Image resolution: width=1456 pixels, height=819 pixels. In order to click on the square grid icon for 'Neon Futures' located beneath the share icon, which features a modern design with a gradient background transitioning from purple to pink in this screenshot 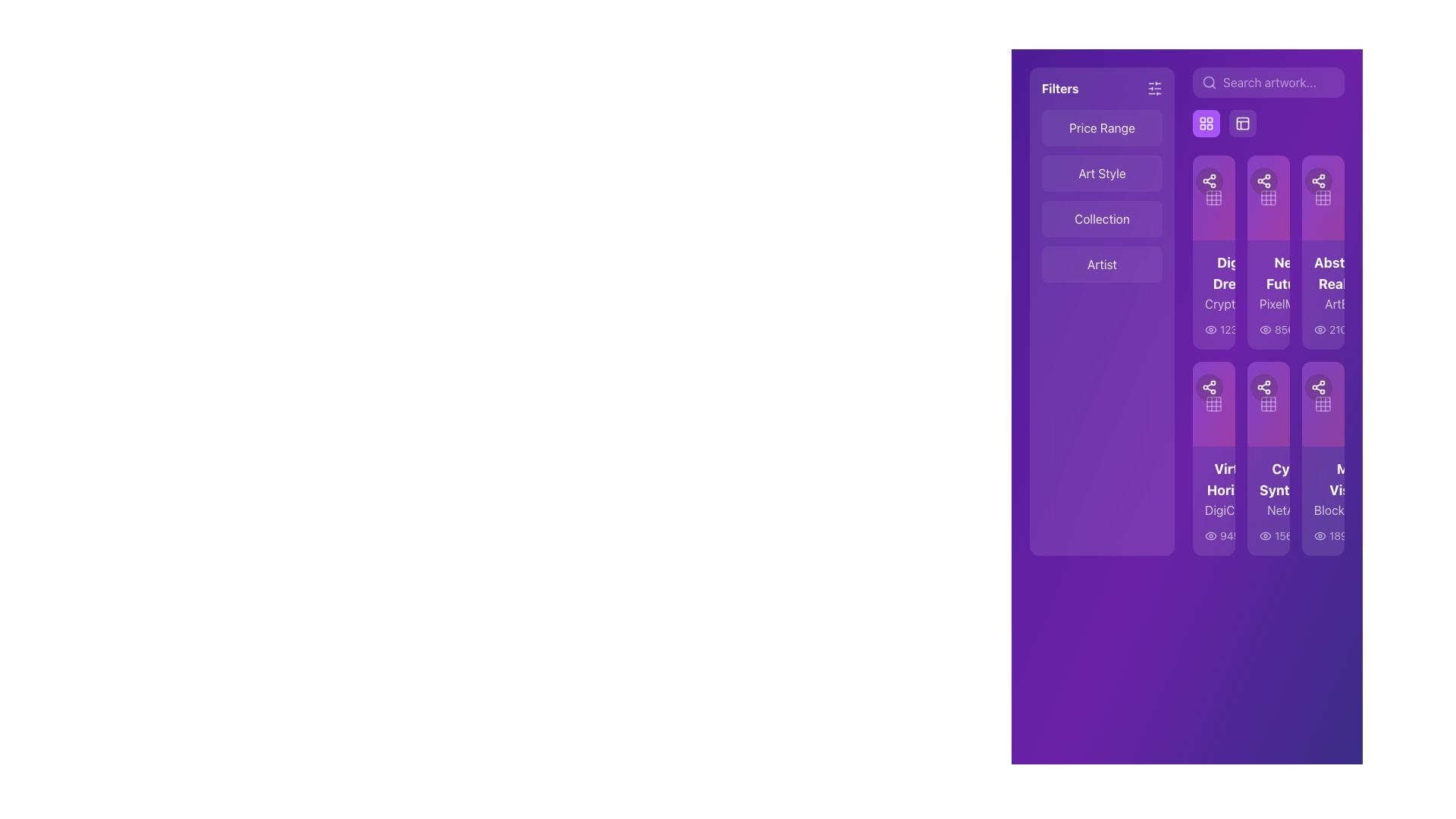, I will do `click(1269, 197)`.